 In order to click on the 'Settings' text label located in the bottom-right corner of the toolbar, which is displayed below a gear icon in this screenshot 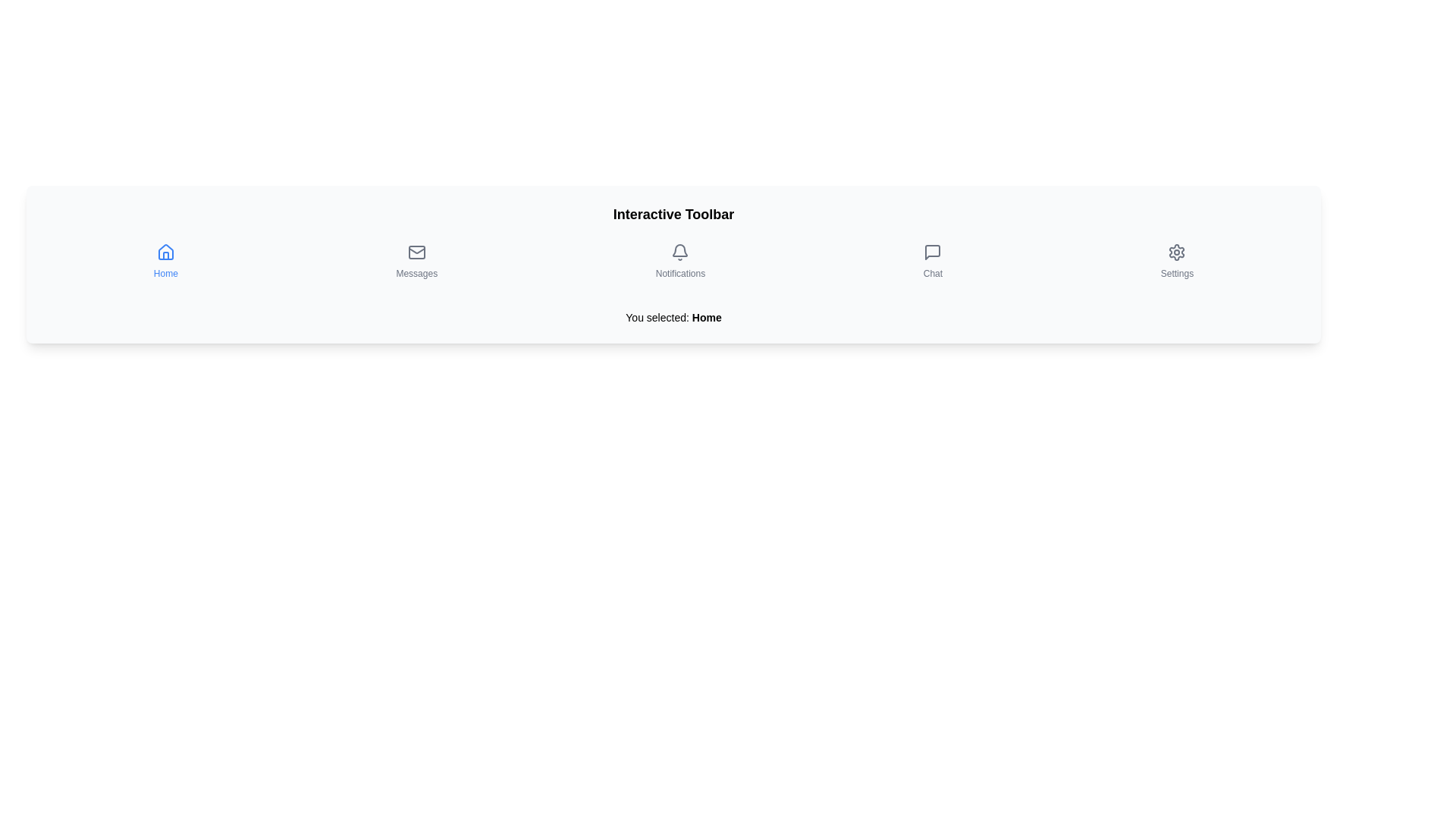, I will do `click(1176, 274)`.